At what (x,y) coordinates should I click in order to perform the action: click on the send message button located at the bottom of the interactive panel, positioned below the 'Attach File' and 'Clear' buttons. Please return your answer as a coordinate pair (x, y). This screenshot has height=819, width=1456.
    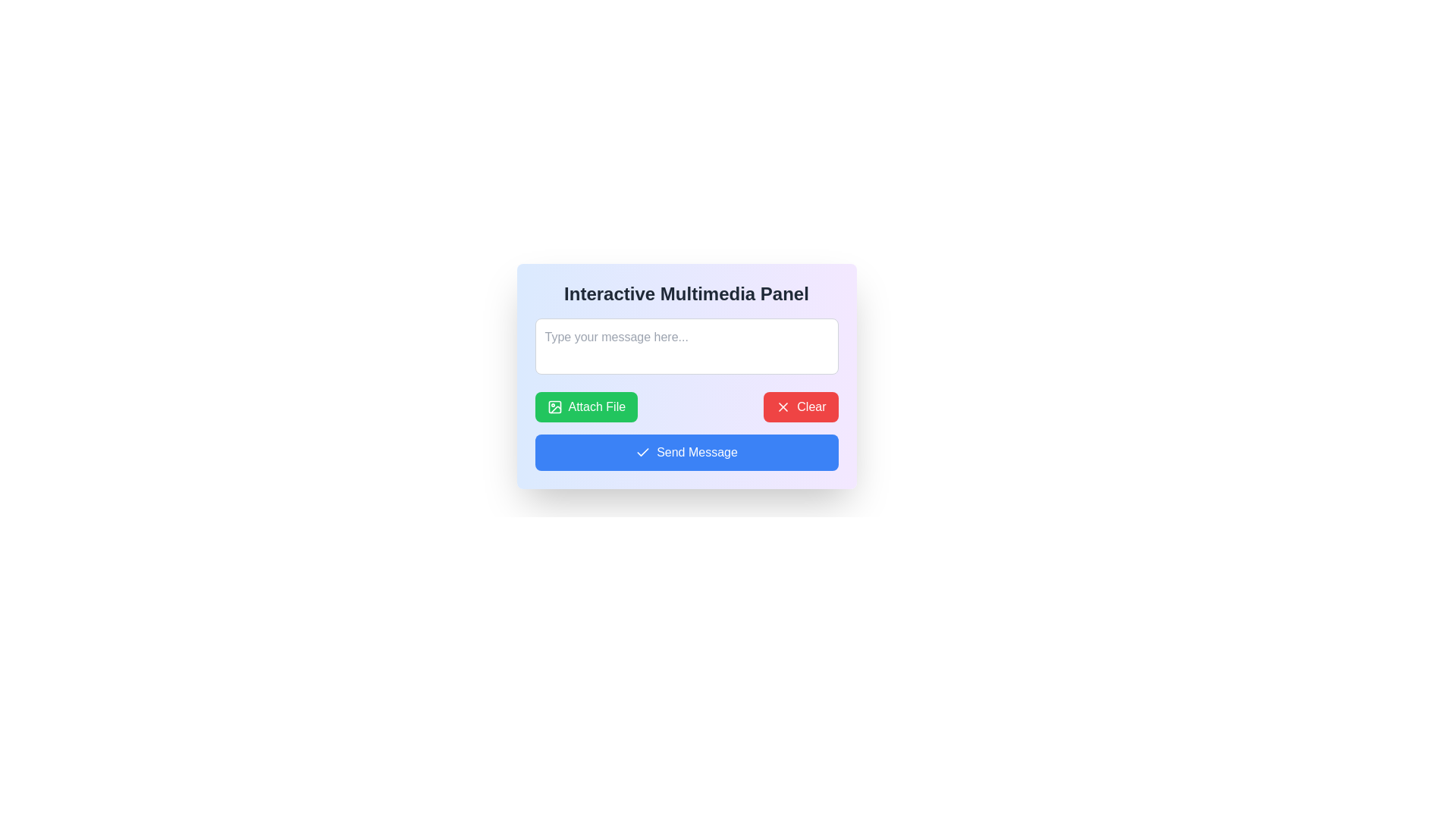
    Looking at the image, I should click on (686, 452).